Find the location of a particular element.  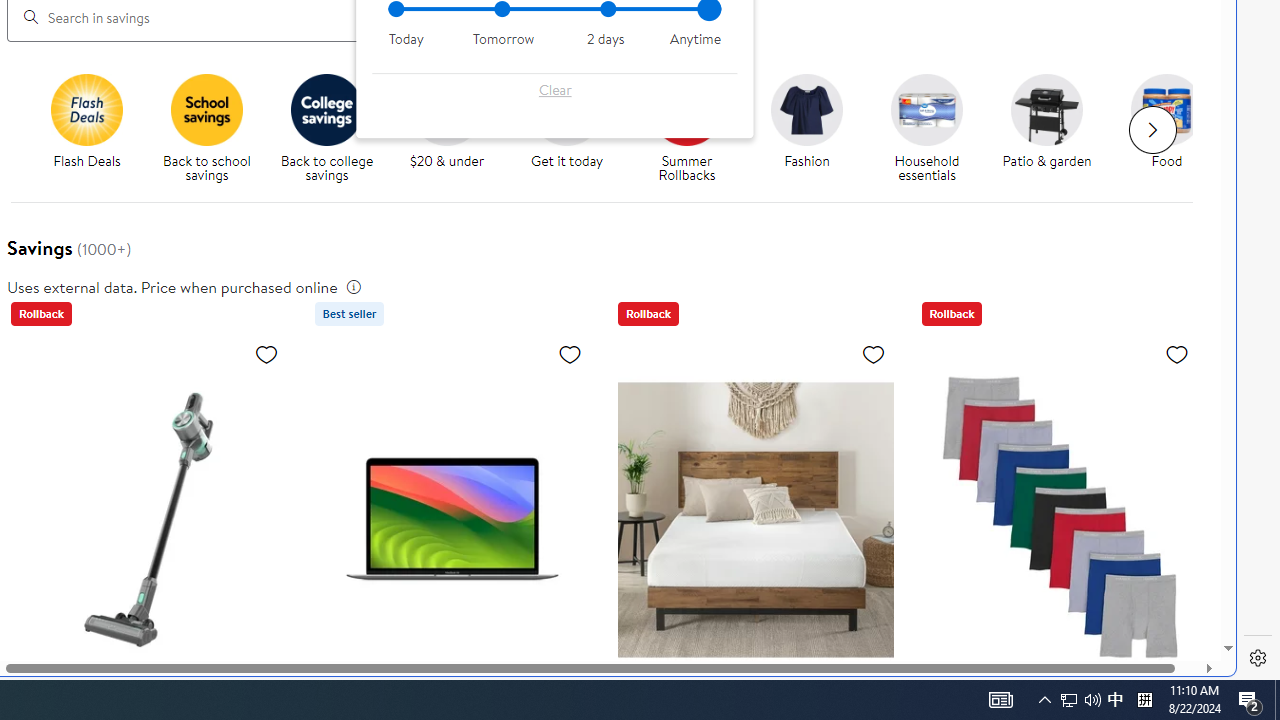

'Summer Rollbacks Summer Rollbacks' is located at coordinates (686, 129).